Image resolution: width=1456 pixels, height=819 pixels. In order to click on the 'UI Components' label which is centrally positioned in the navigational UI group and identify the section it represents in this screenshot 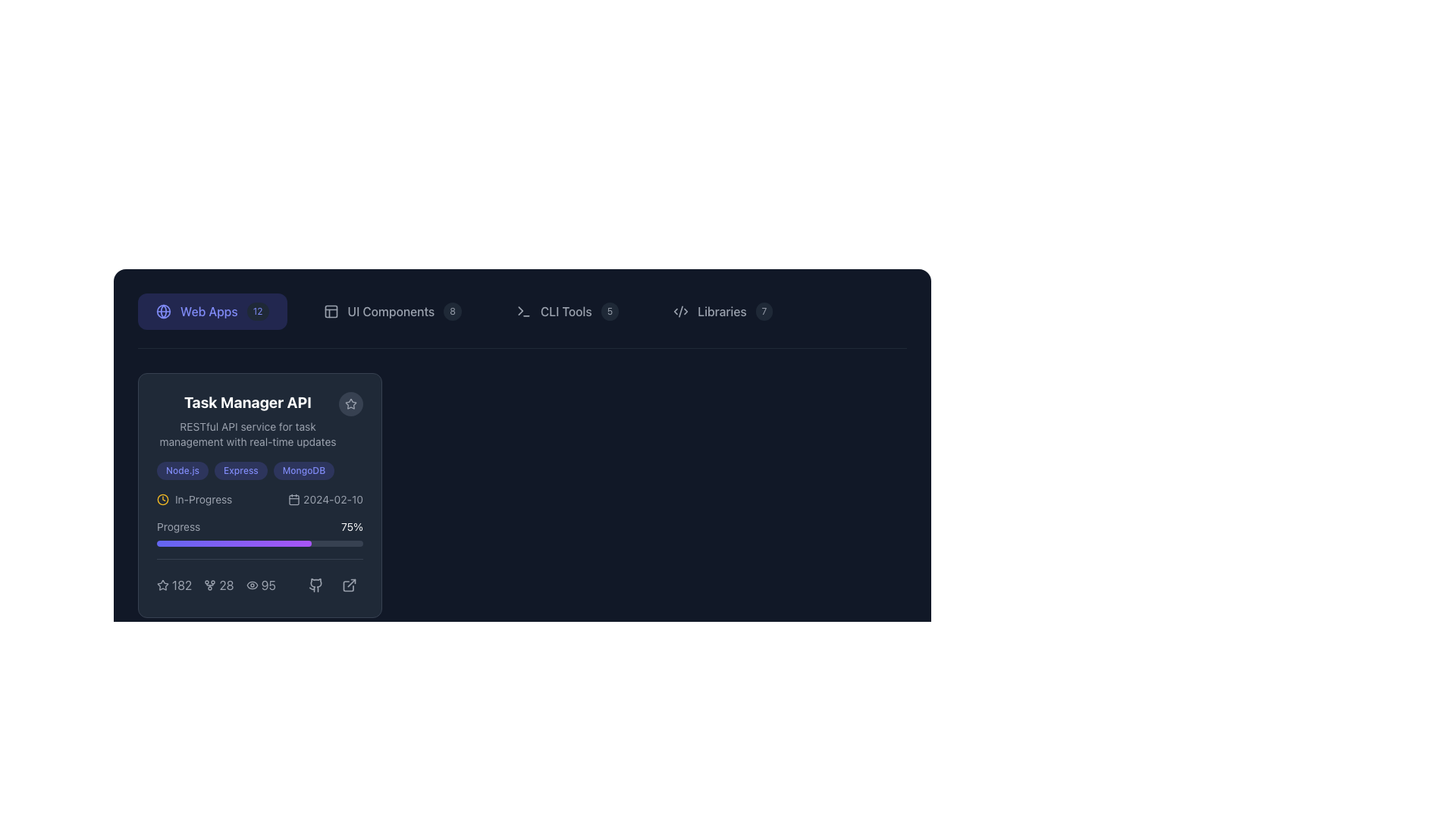, I will do `click(391, 311)`.